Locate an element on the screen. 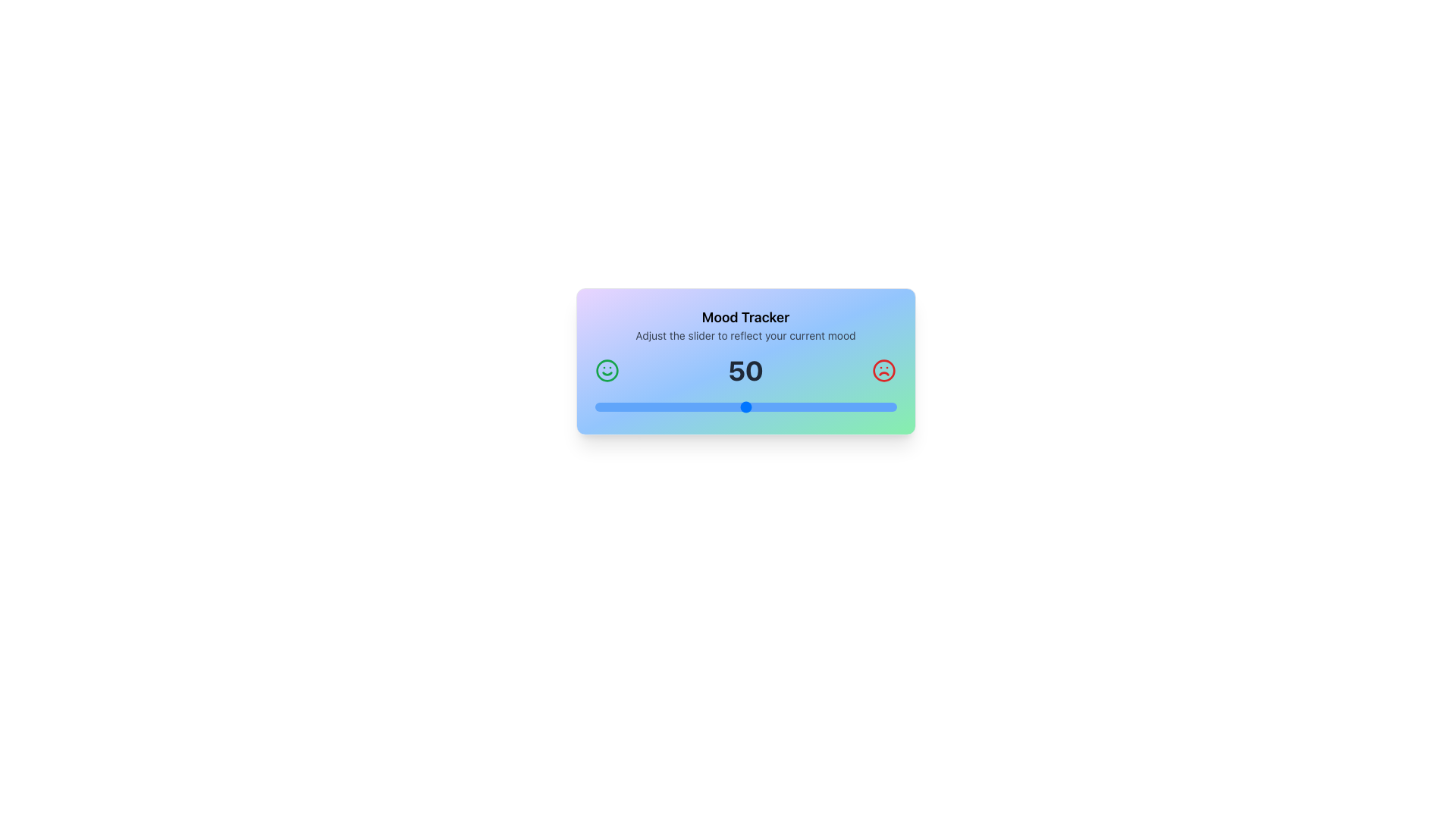  the large, bold black number '50' displayed in the Mood Tracker card to focus attention on it is located at coordinates (745, 371).